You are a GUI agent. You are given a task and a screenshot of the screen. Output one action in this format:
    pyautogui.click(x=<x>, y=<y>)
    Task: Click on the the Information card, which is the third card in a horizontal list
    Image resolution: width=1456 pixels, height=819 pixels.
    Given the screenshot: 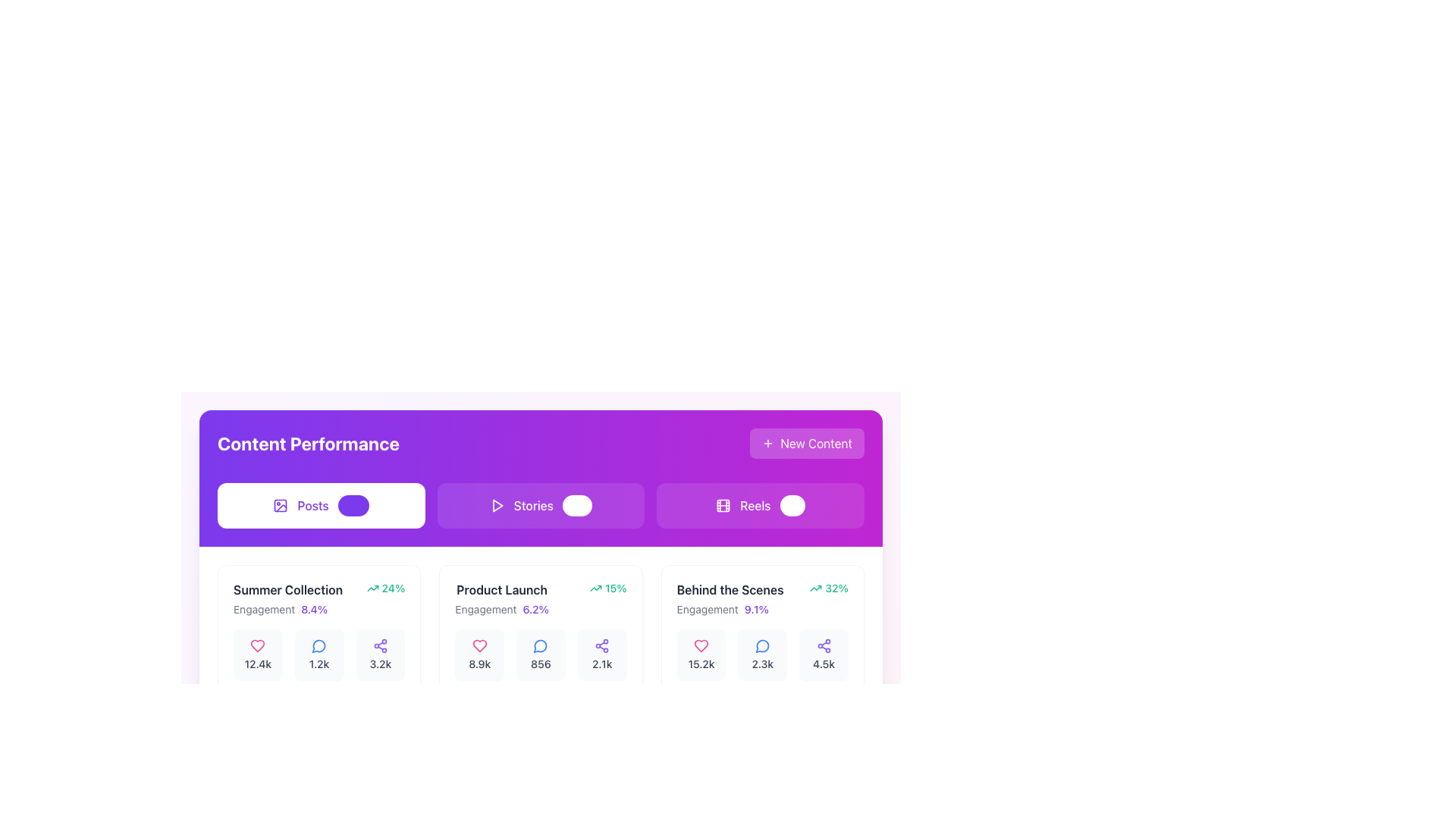 What is the action you would take?
    pyautogui.click(x=761, y=637)
    